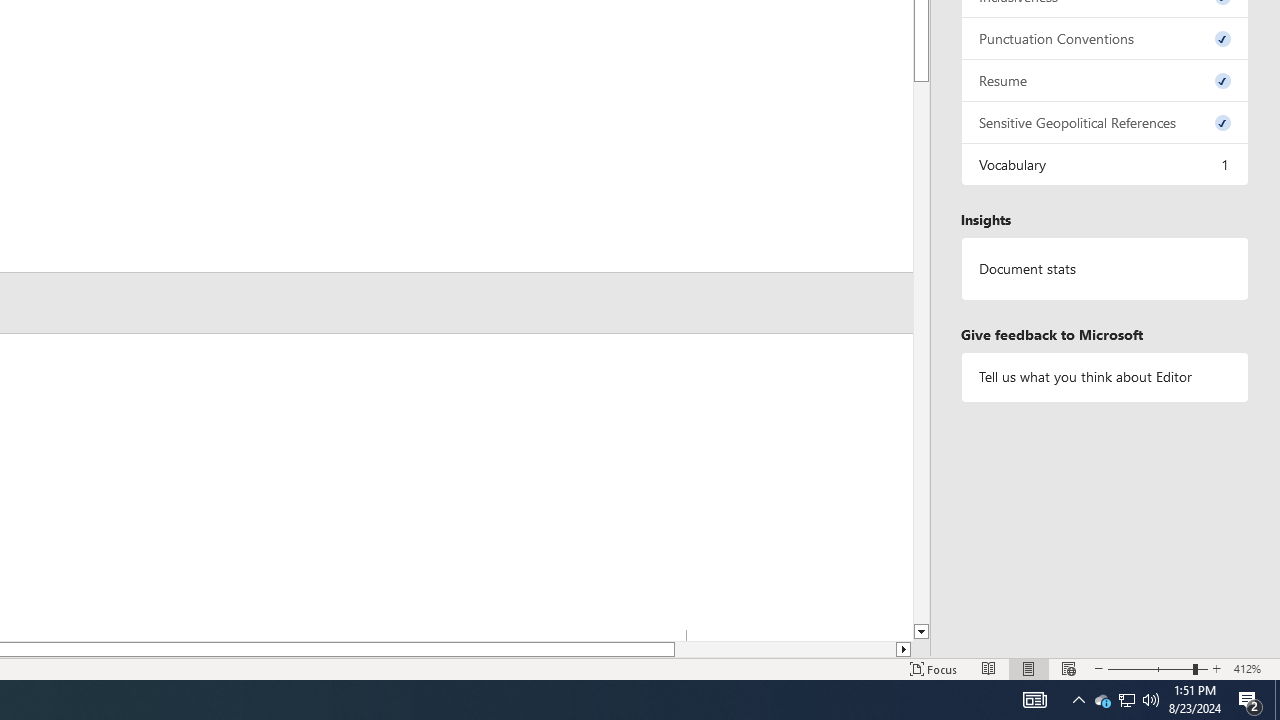 This screenshot has width=1280, height=720. I want to click on 'Column right', so click(903, 649).